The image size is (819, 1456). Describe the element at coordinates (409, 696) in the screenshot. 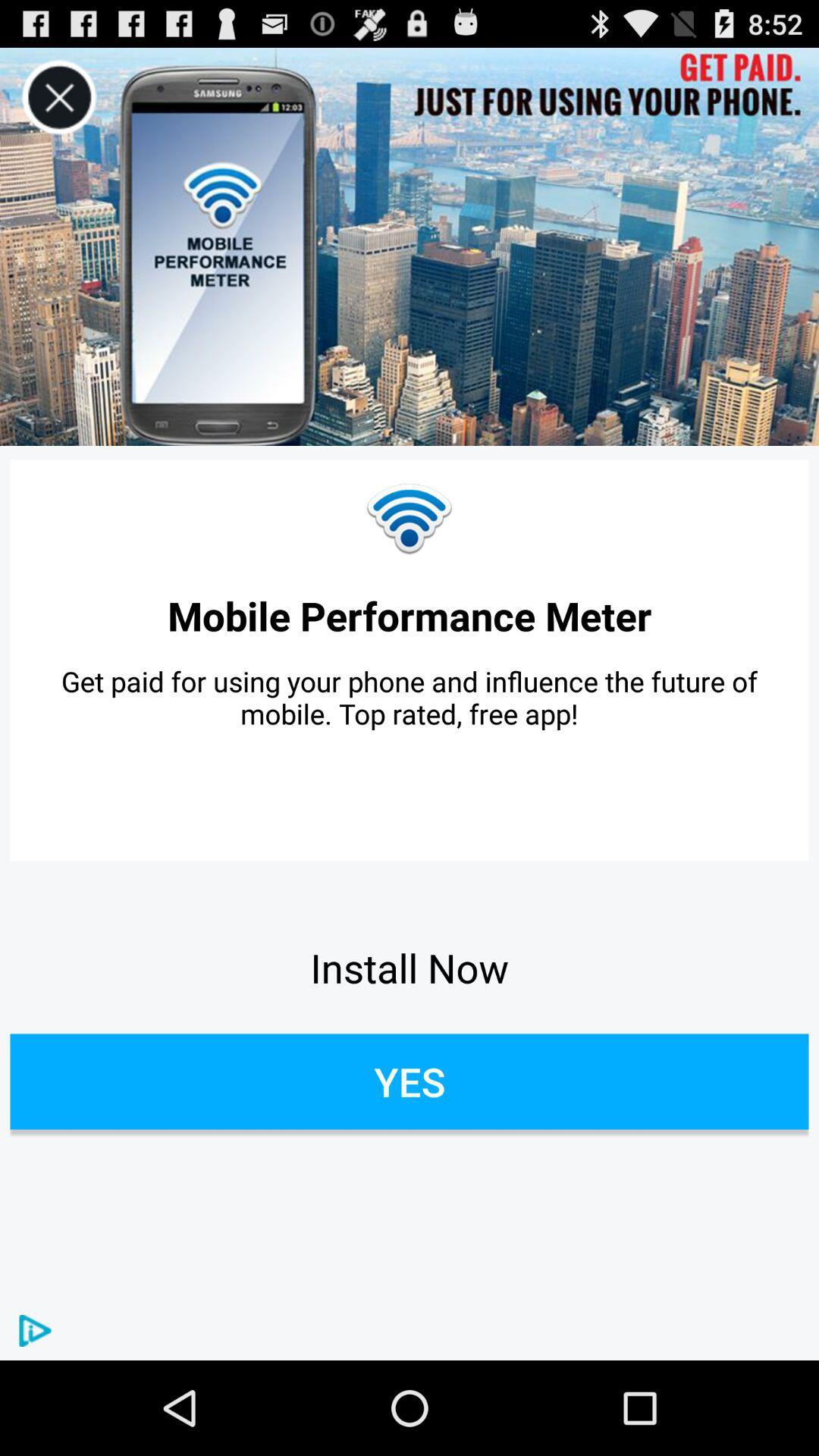

I see `item above the install now item` at that location.